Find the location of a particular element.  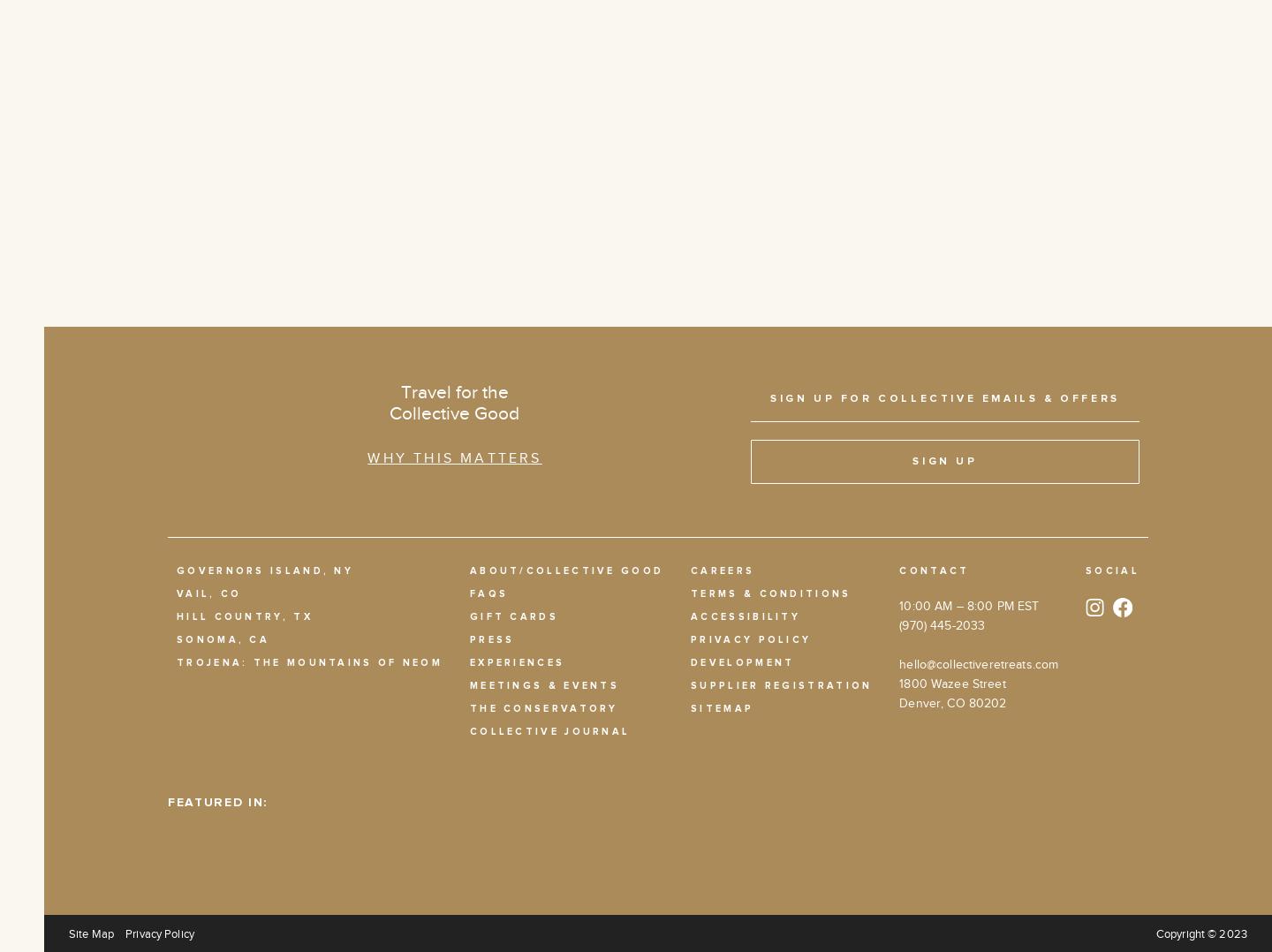

'Sonoma, CA' is located at coordinates (177, 638).